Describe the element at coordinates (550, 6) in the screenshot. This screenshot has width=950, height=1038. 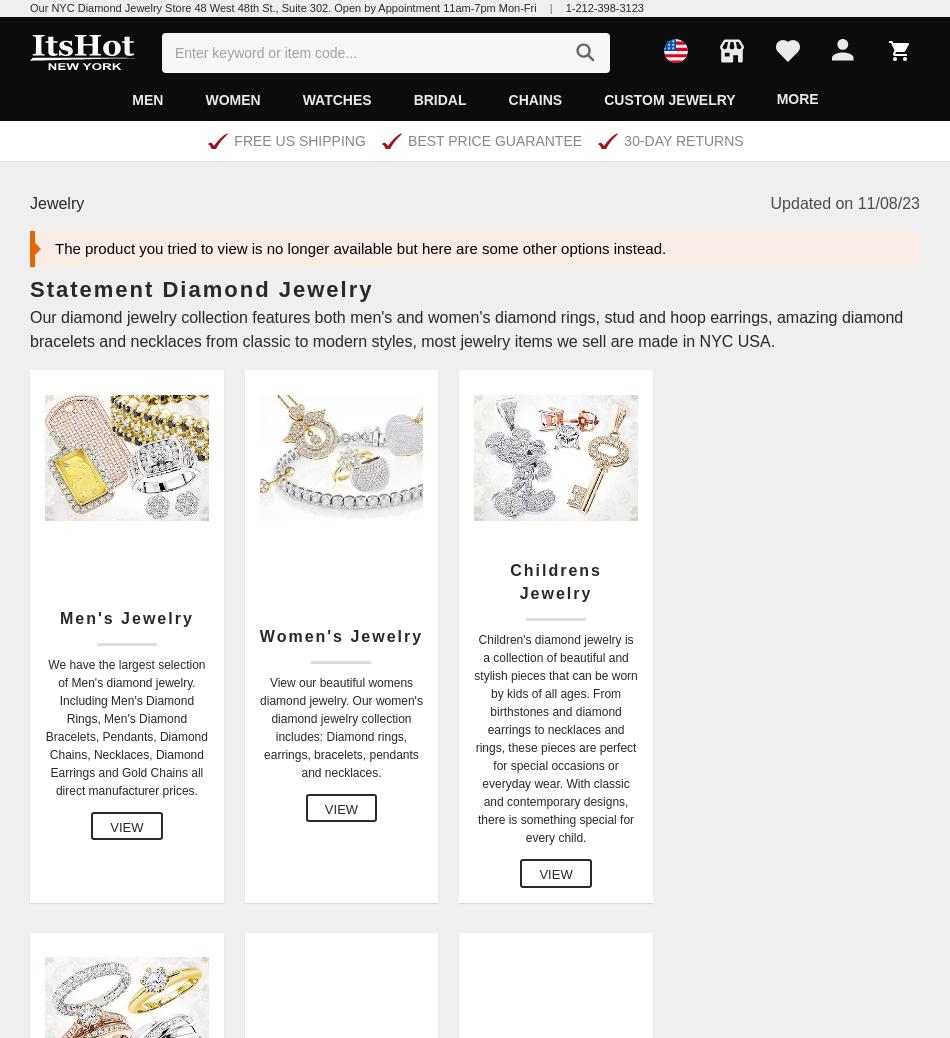
I see `'|'` at that location.